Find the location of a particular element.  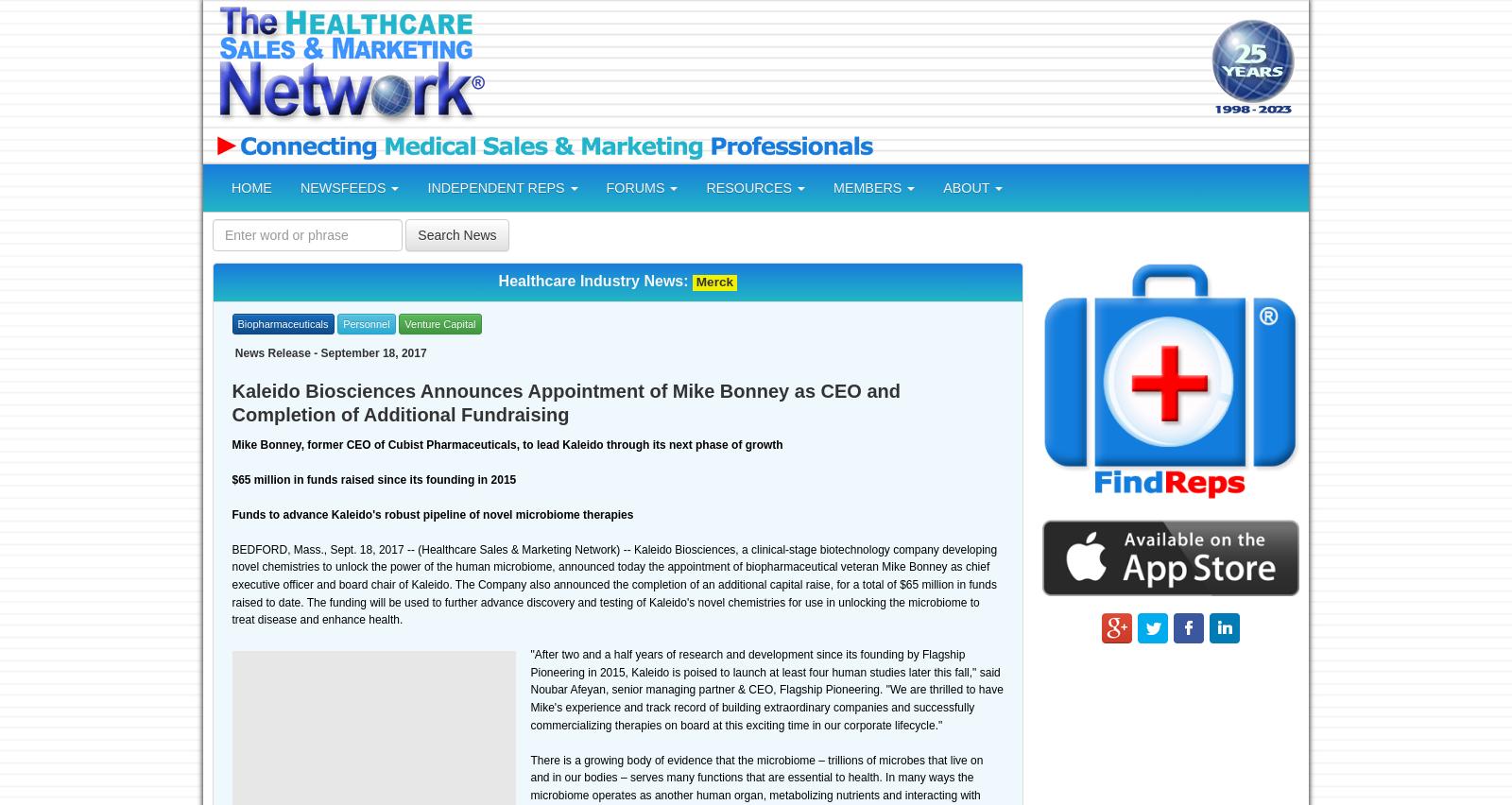

'Funds to advance Kaleido's robust pipeline of novel microbiome therapies' is located at coordinates (431, 514).